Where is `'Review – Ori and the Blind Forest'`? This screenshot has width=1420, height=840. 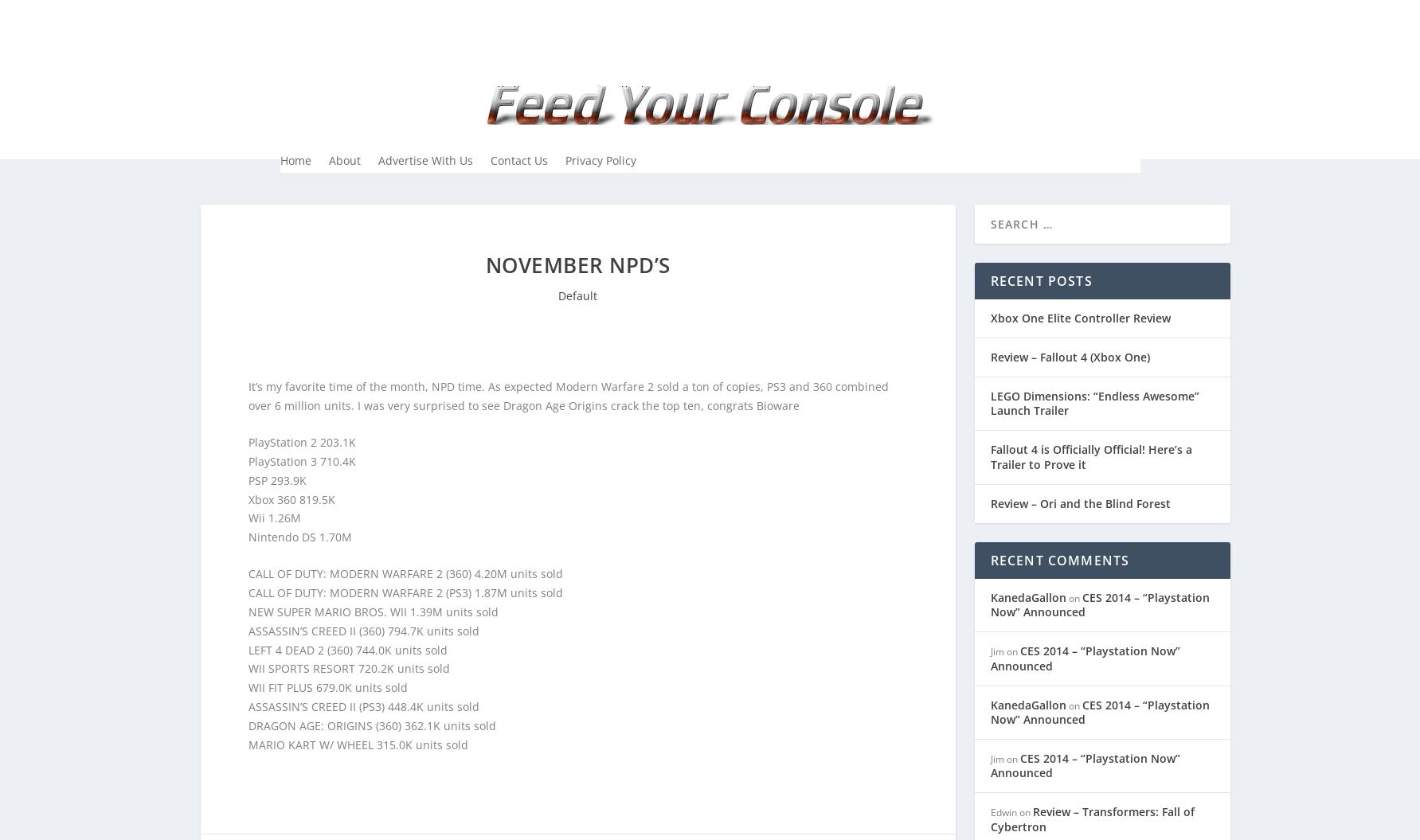 'Review – Ori and the Blind Forest' is located at coordinates (1078, 502).